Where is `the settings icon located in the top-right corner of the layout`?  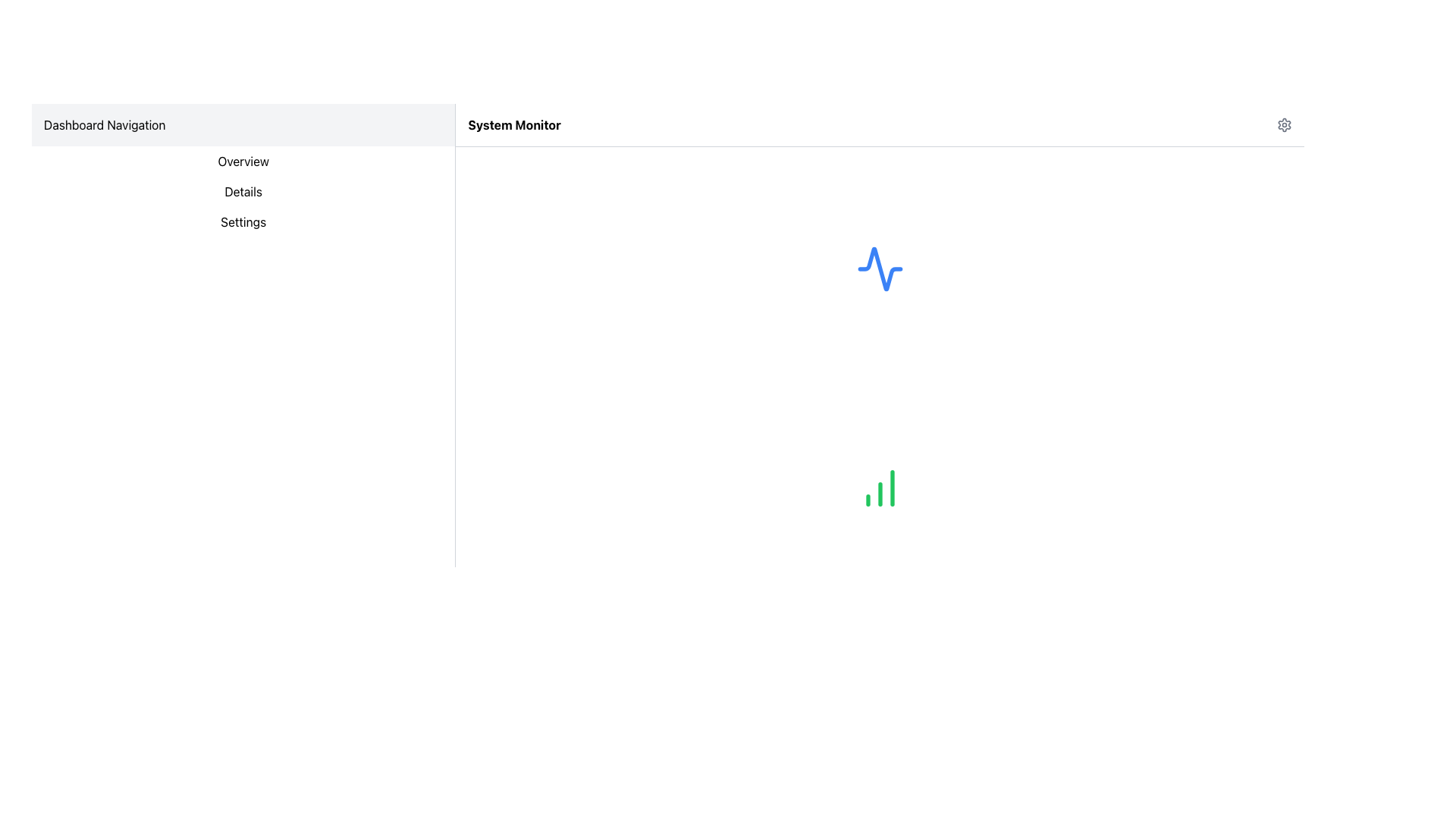 the settings icon located in the top-right corner of the layout is located at coordinates (1284, 124).